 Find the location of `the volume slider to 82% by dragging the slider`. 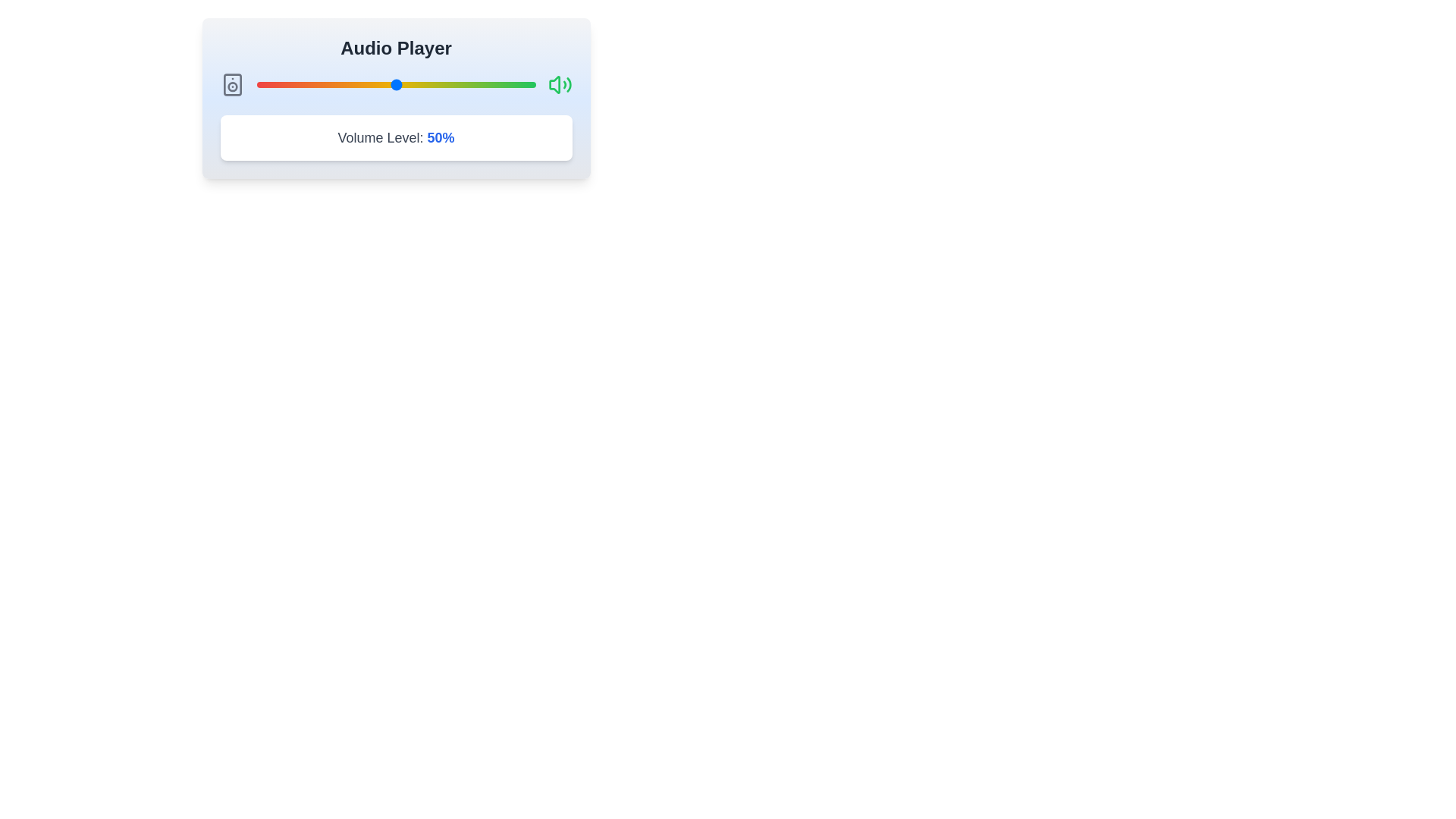

the volume slider to 82% by dragging the slider is located at coordinates (485, 84).